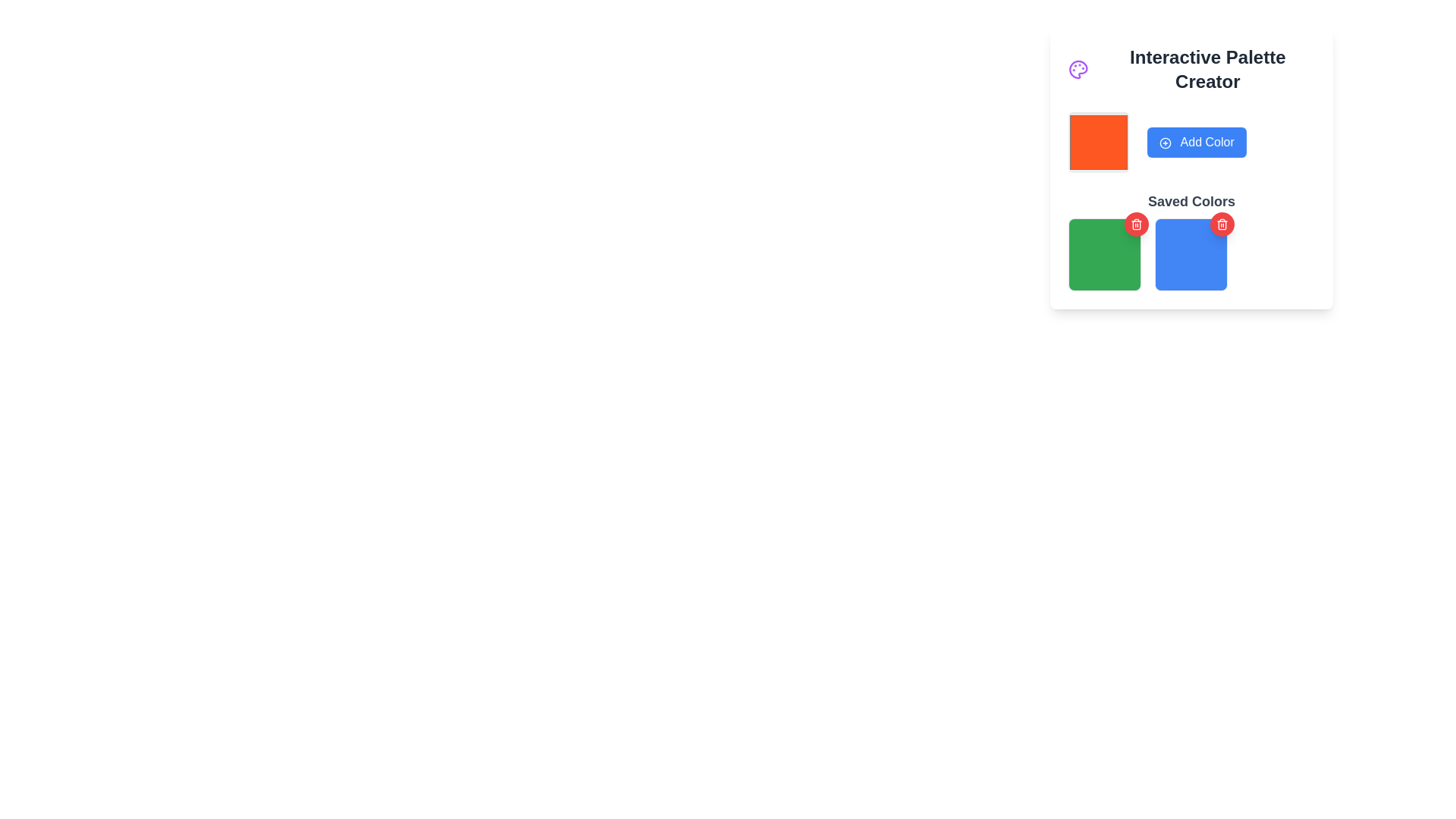  Describe the element at coordinates (1105, 253) in the screenshot. I see `the green square with rounded corners and a border in the 'Saved Colors' section` at that location.